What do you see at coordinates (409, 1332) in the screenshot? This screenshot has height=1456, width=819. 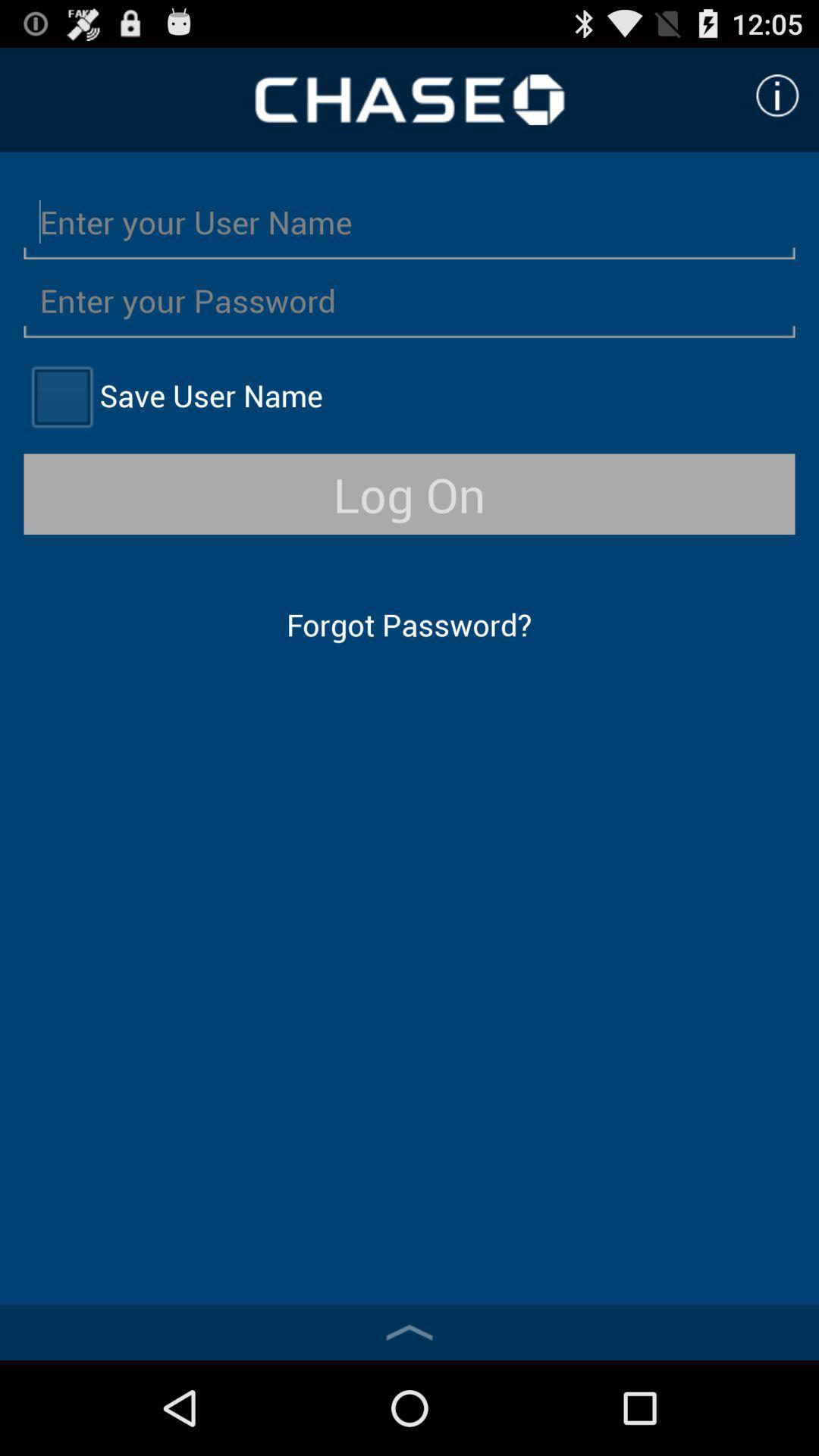 I see `icon at the bottom` at bounding box center [409, 1332].